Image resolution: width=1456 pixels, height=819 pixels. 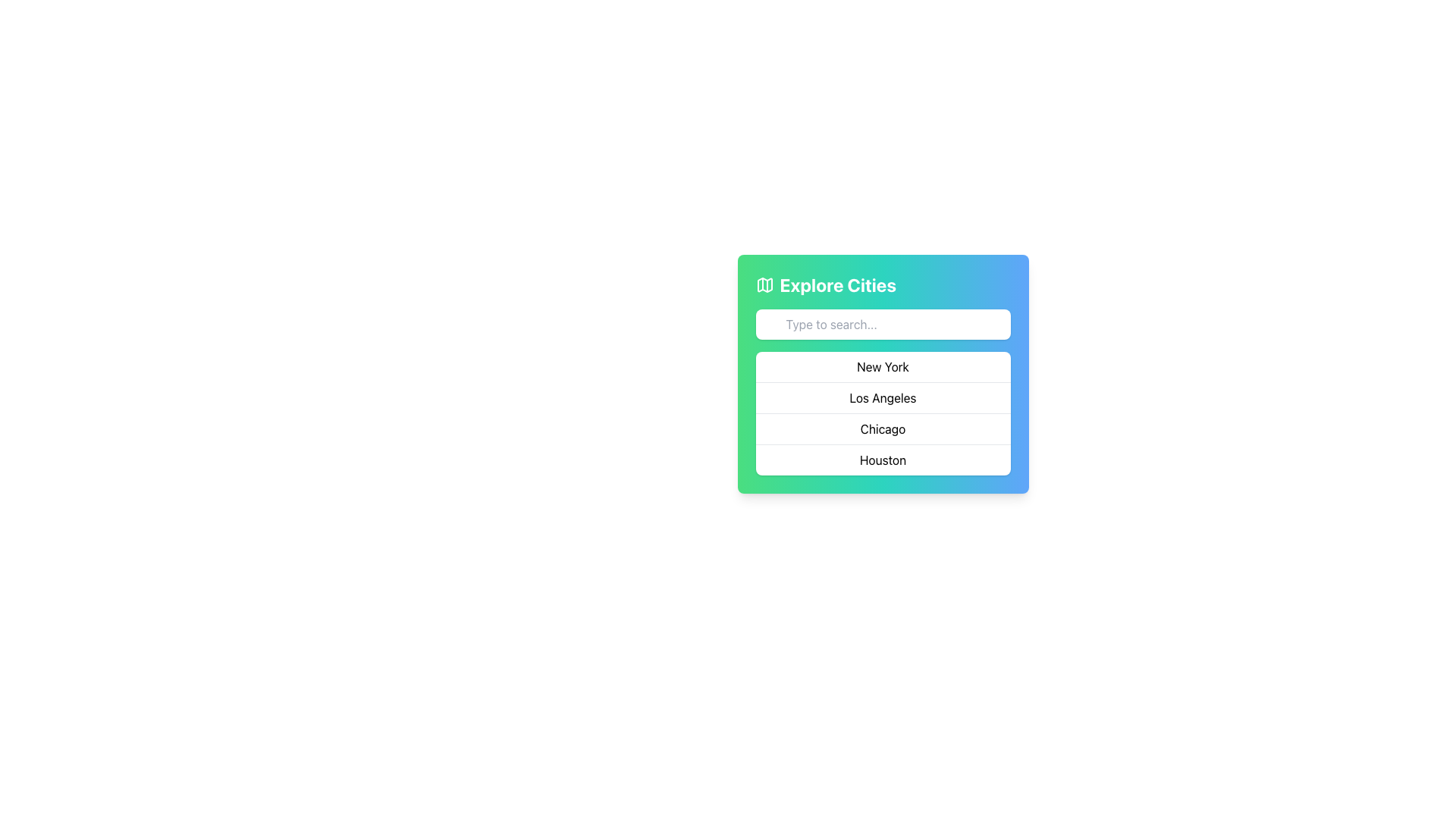 What do you see at coordinates (883, 428) in the screenshot?
I see `the third item in the city names list, located below 'Los Angeles' and above 'Houston'` at bounding box center [883, 428].